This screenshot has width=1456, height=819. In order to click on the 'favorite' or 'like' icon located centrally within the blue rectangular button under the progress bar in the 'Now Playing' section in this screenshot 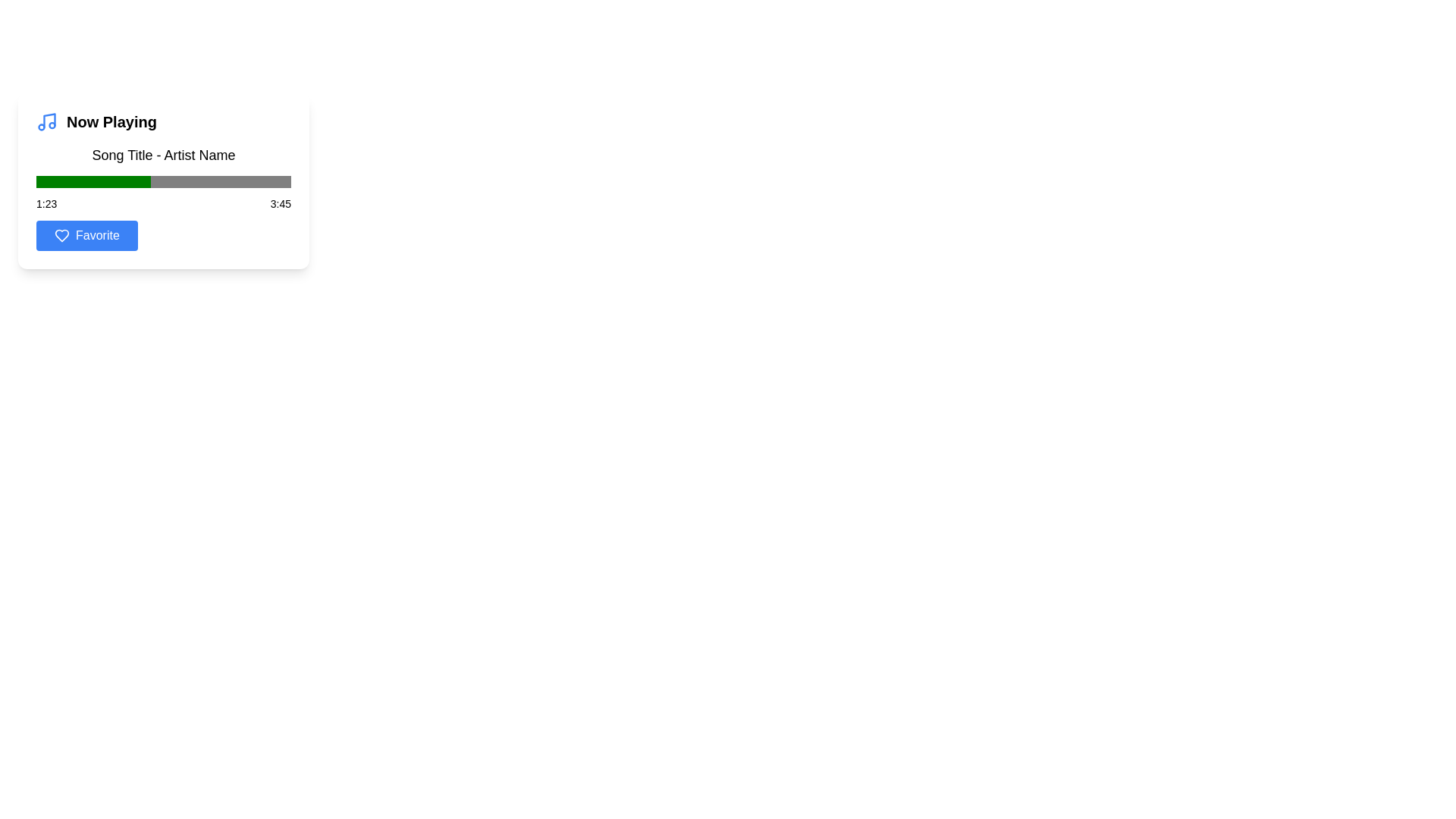, I will do `click(61, 236)`.